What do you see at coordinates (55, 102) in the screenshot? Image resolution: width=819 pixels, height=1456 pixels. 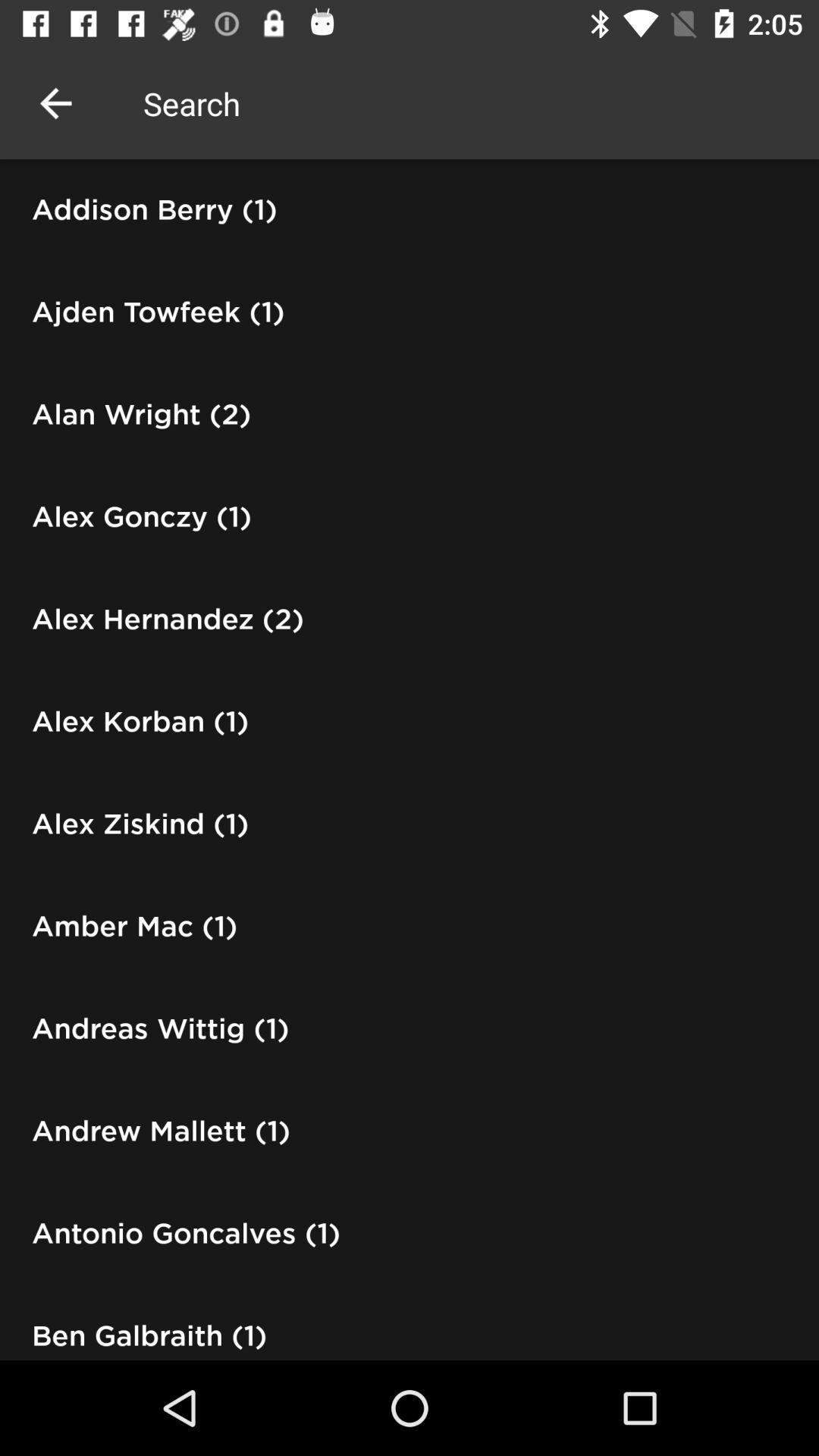 I see `the icon above addison berry (1)` at bounding box center [55, 102].